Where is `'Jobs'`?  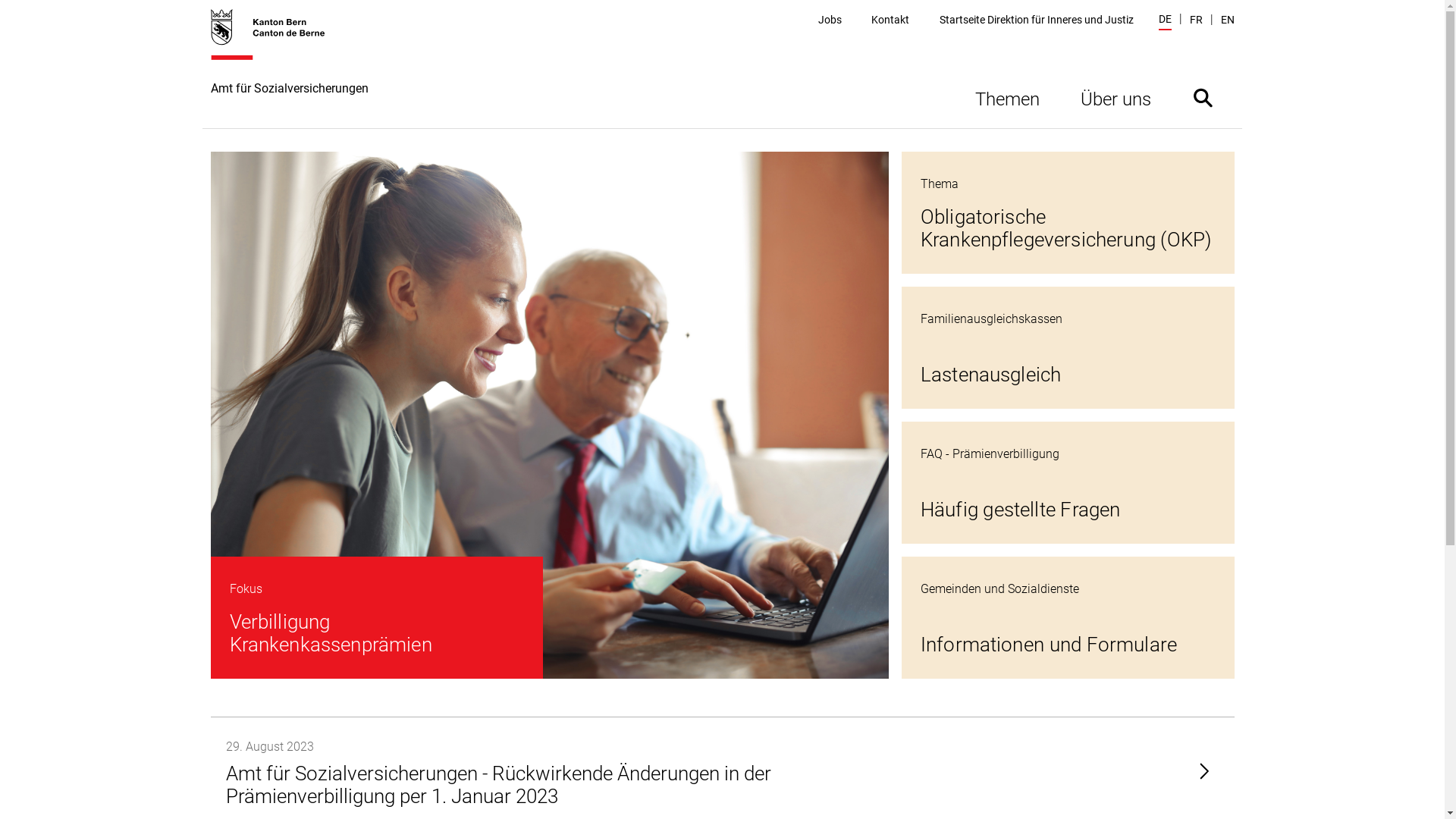
'Jobs' is located at coordinates (829, 20).